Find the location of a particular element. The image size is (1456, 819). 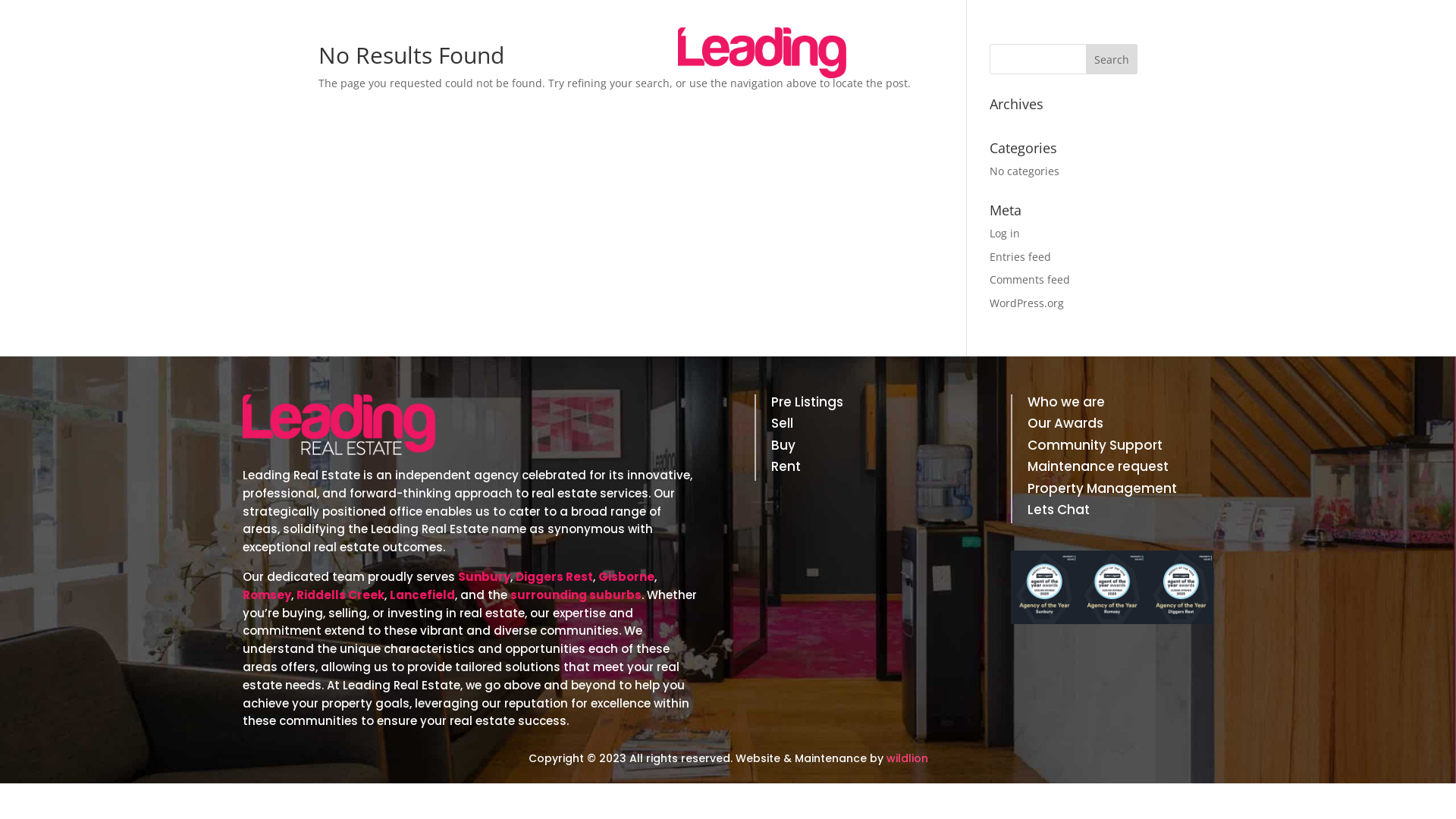

'Rent' is located at coordinates (855, 468).